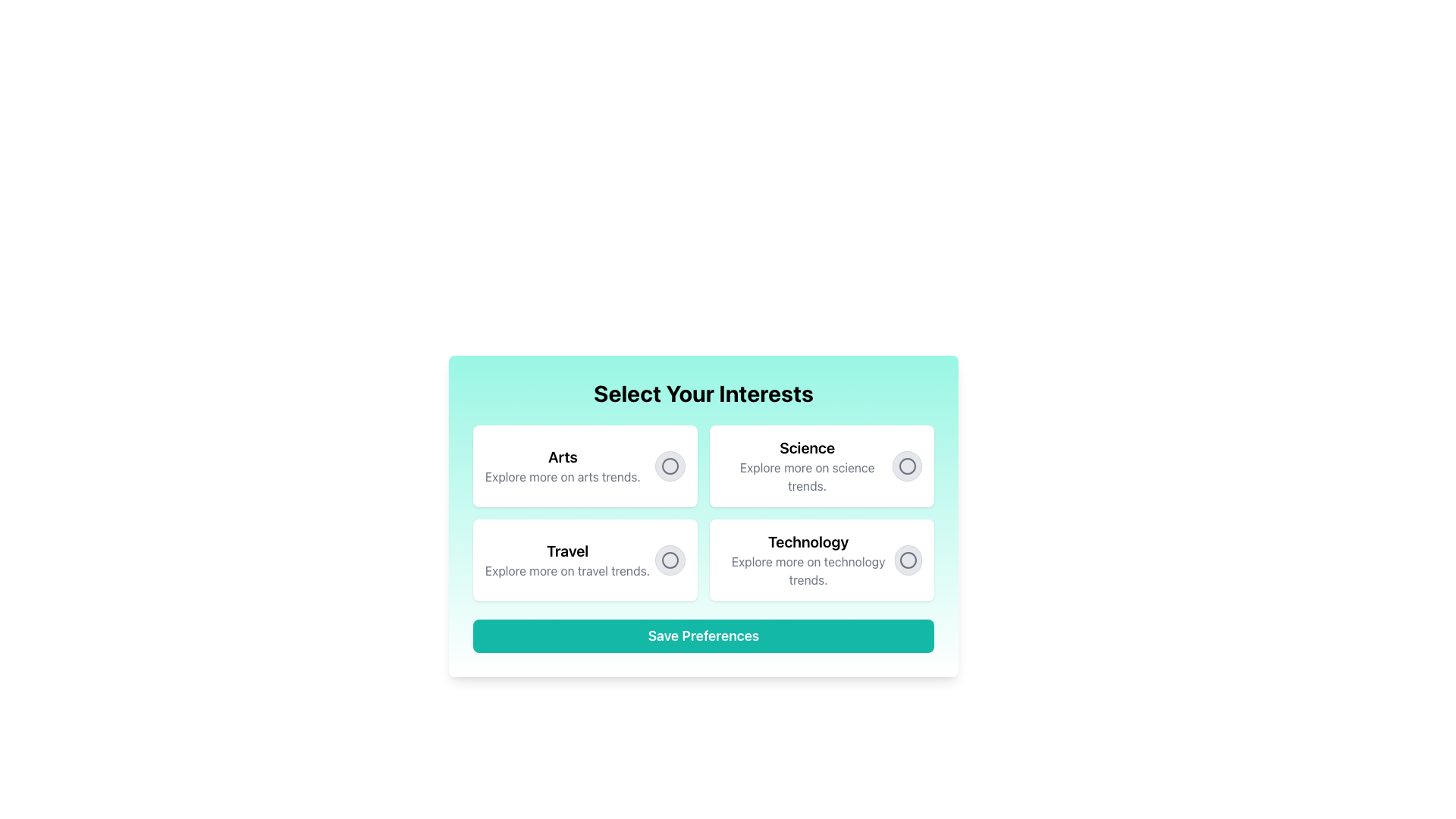 This screenshot has height=819, width=1456. What do you see at coordinates (808, 541) in the screenshot?
I see `the bold and large text label 'Technology' located in the lower-right quadrant of the grid-like layout` at bounding box center [808, 541].